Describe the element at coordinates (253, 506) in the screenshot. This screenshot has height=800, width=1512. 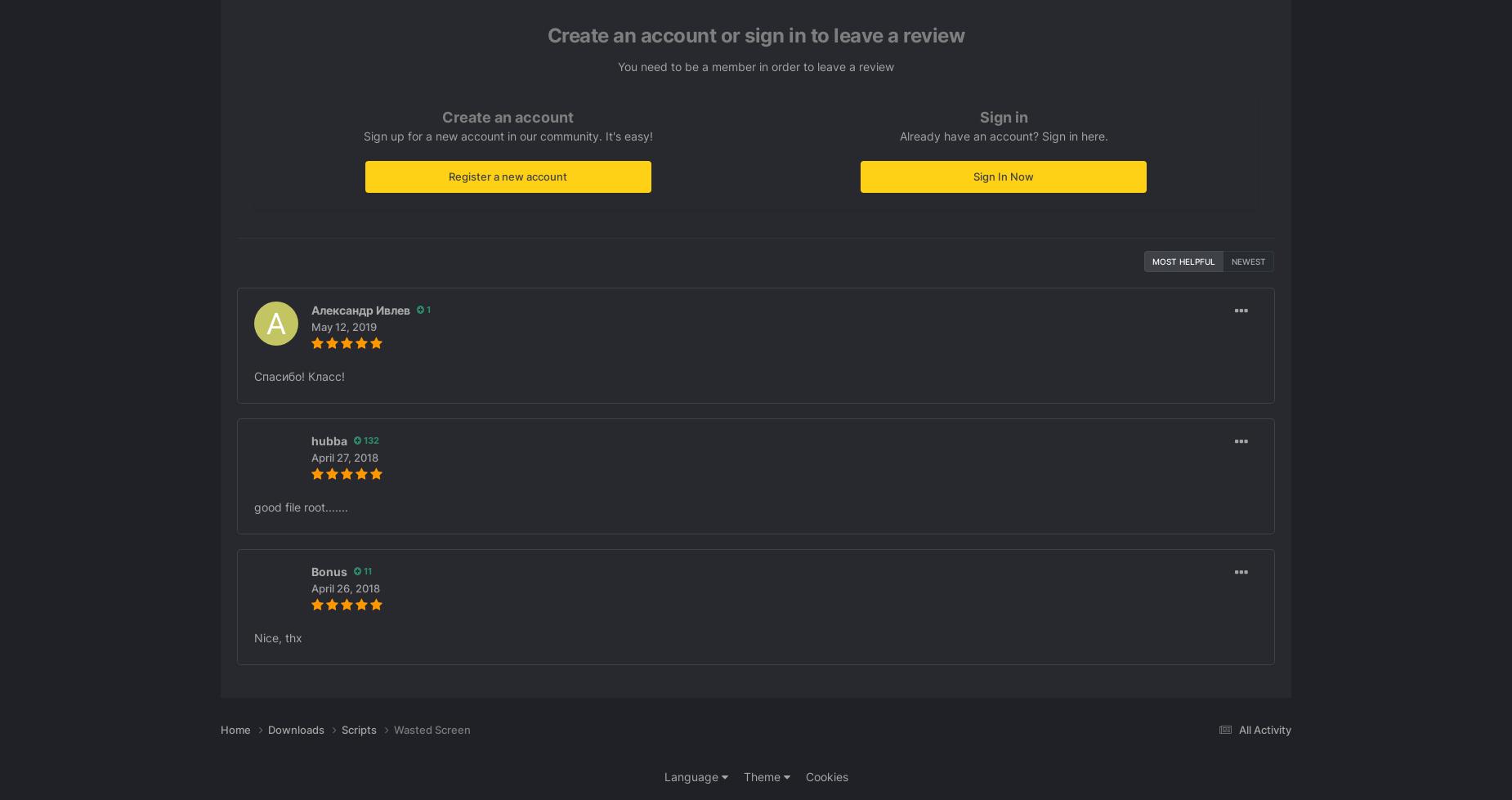
I see `'good file root.......'` at that location.